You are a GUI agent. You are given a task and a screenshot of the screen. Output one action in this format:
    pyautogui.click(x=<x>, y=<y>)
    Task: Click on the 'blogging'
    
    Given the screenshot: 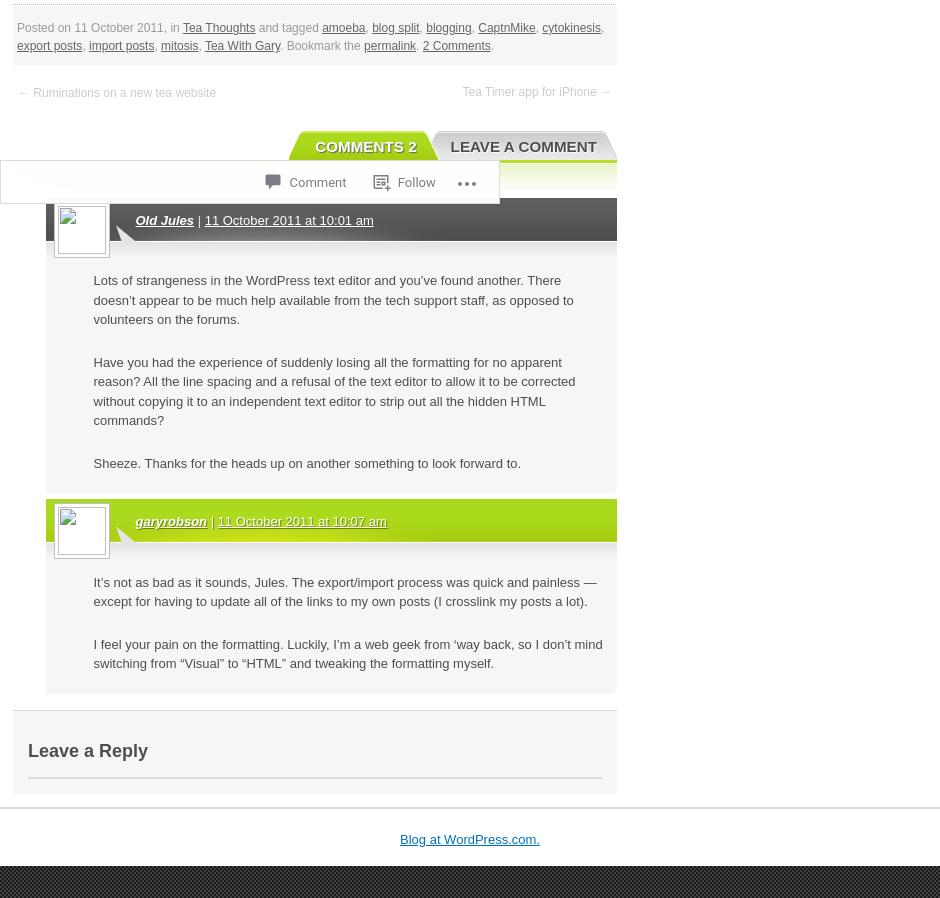 What is the action you would take?
    pyautogui.click(x=426, y=27)
    